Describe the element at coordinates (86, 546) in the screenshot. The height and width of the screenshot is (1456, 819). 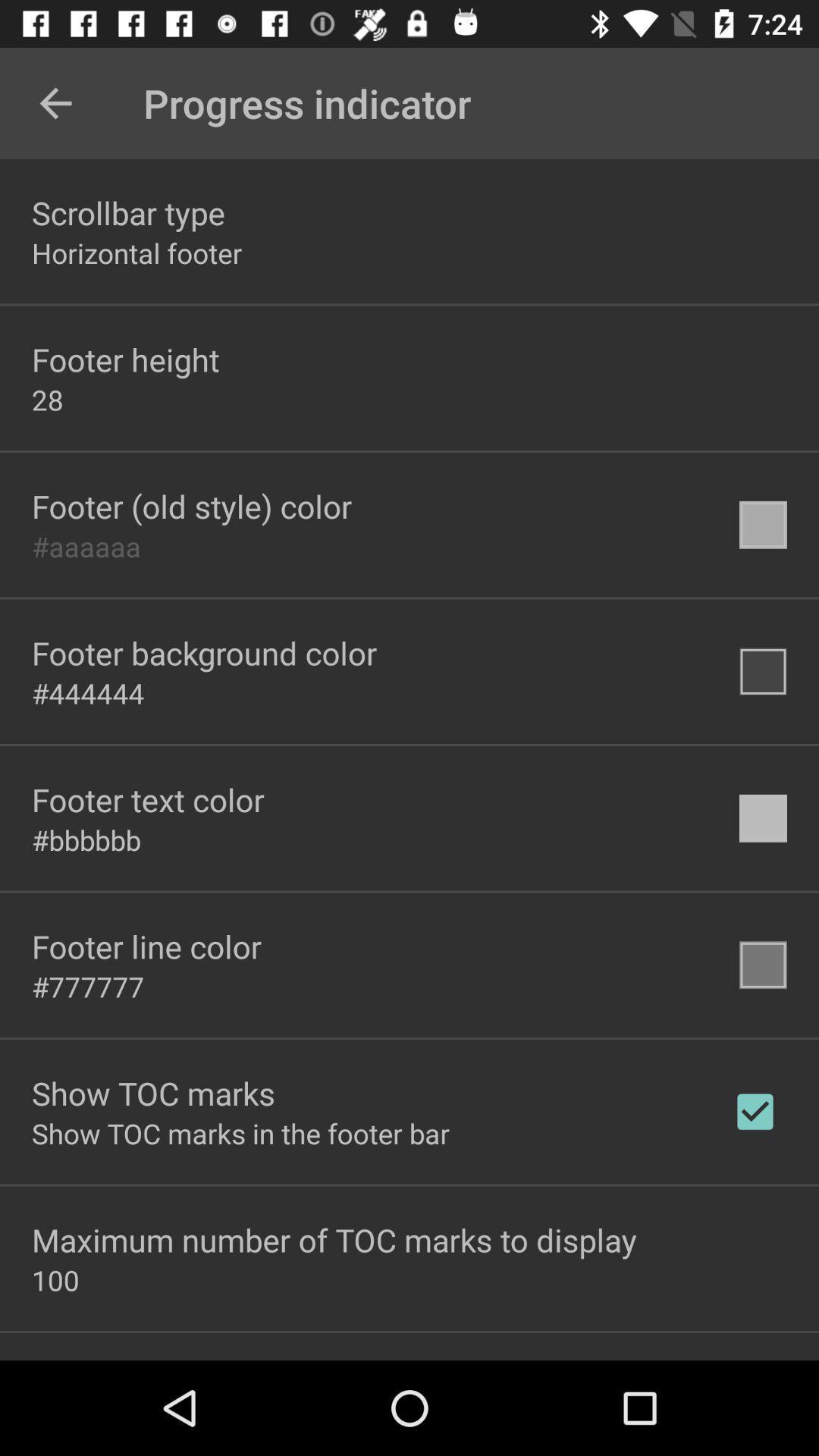
I see `the icon below footer old style icon` at that location.